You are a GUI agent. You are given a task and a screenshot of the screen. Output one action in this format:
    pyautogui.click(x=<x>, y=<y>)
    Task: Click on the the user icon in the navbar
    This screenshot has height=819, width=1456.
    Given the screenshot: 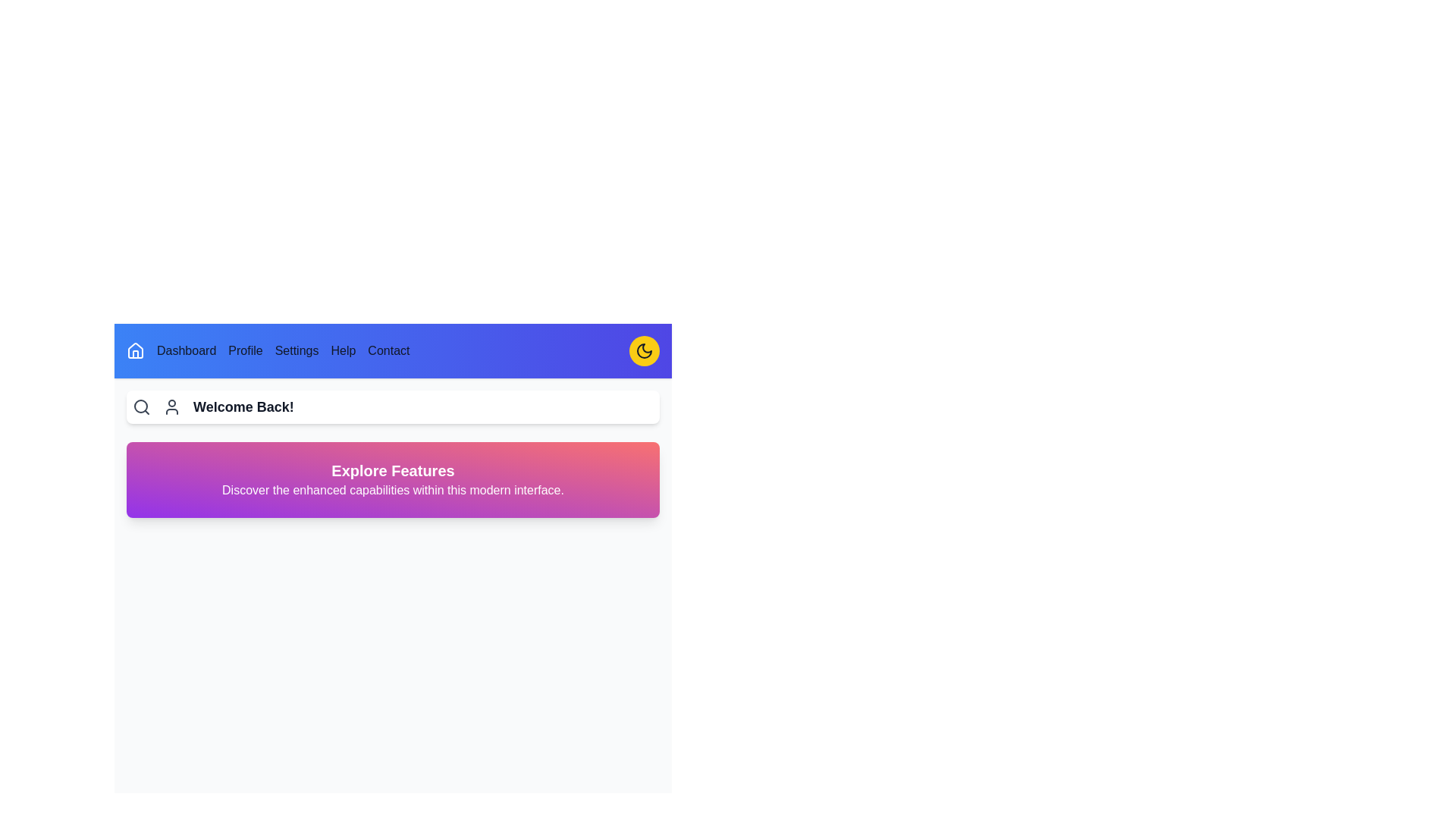 What is the action you would take?
    pyautogui.click(x=171, y=406)
    